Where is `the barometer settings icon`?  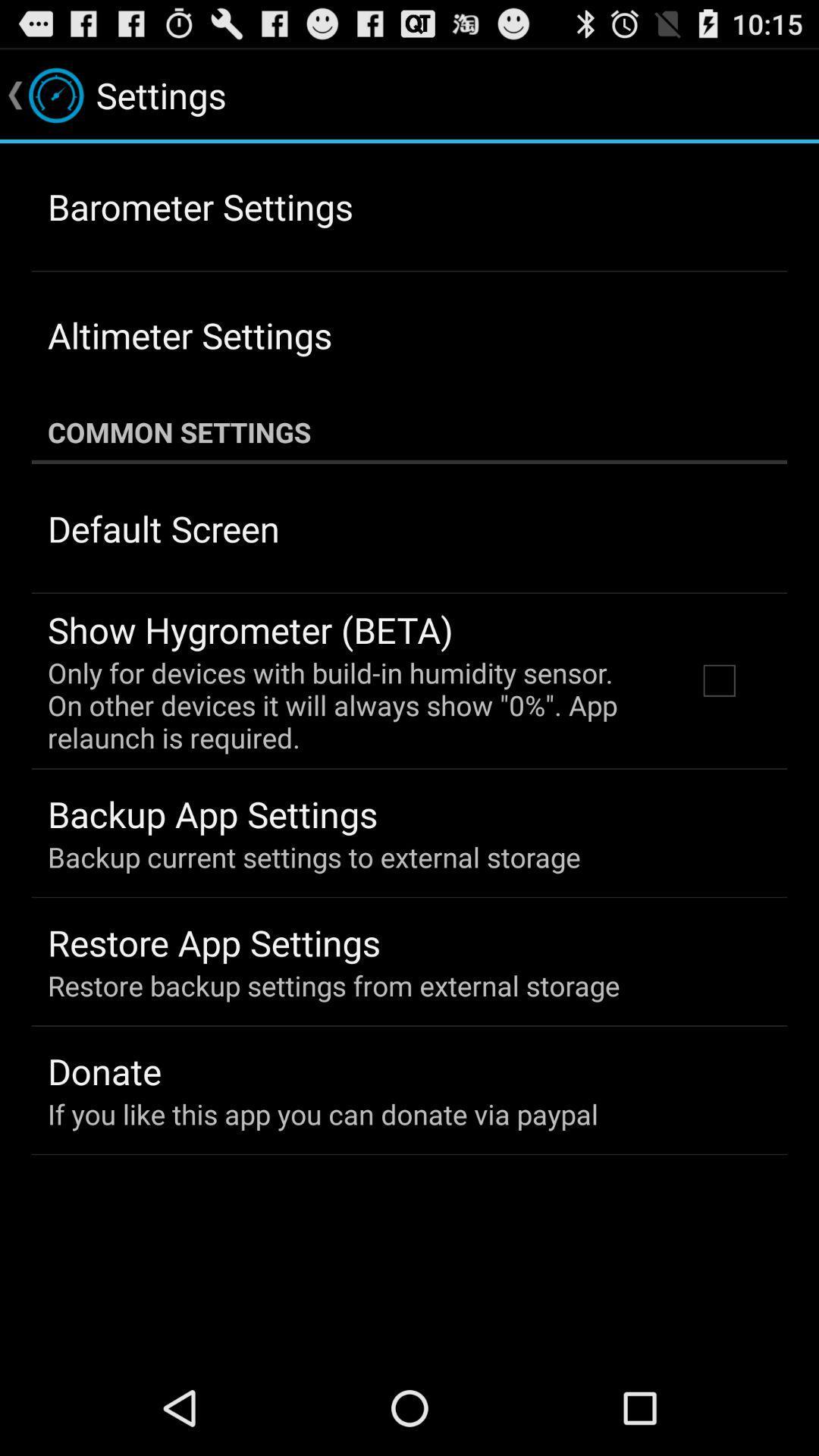
the barometer settings icon is located at coordinates (199, 206).